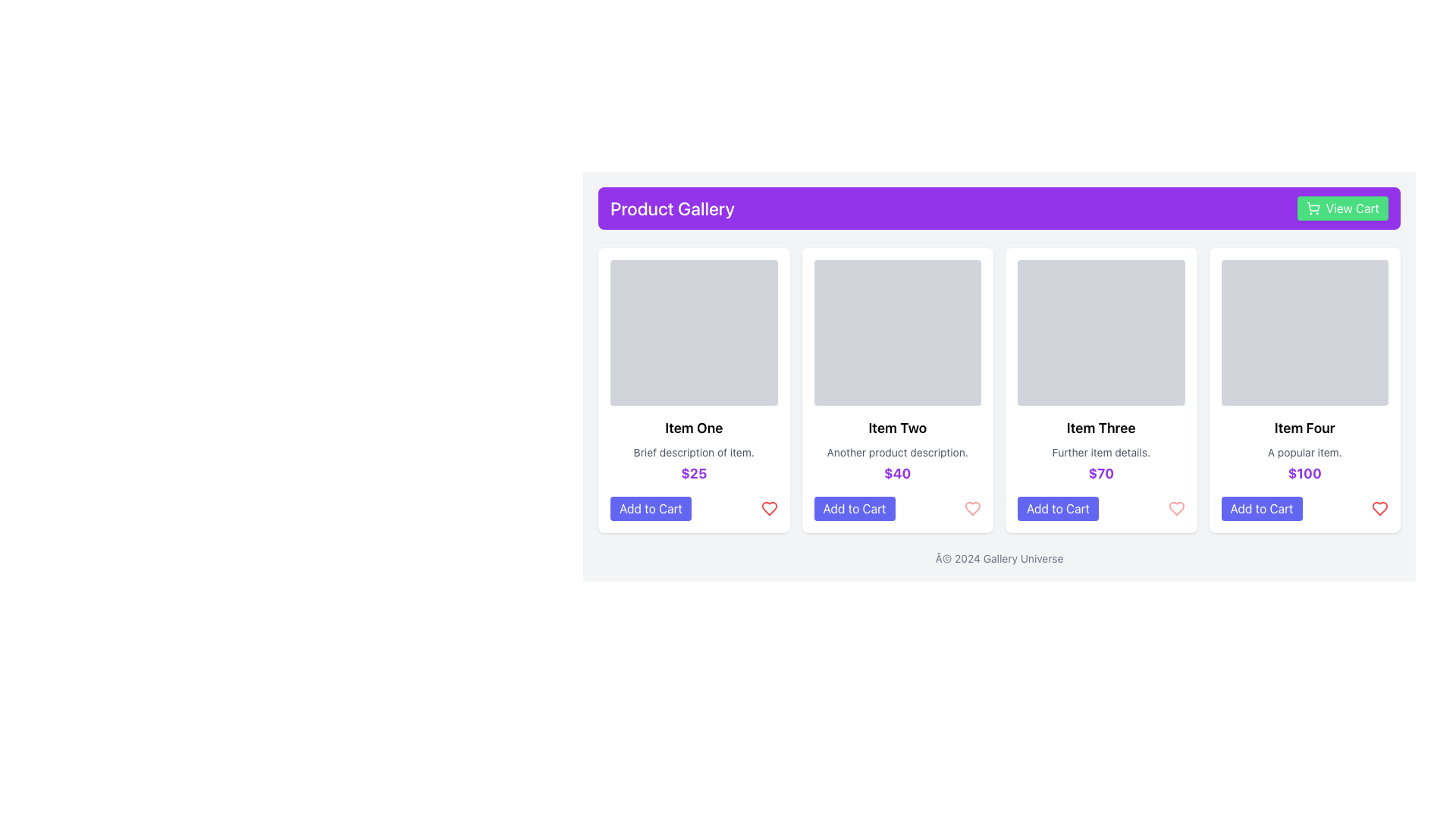 This screenshot has width=1456, height=819. What do you see at coordinates (671, 208) in the screenshot?
I see `the text label located in the top-left corner of the purple header bar, which indicates the purpose of the section and is situated to the left of the 'View Cart' button` at bounding box center [671, 208].